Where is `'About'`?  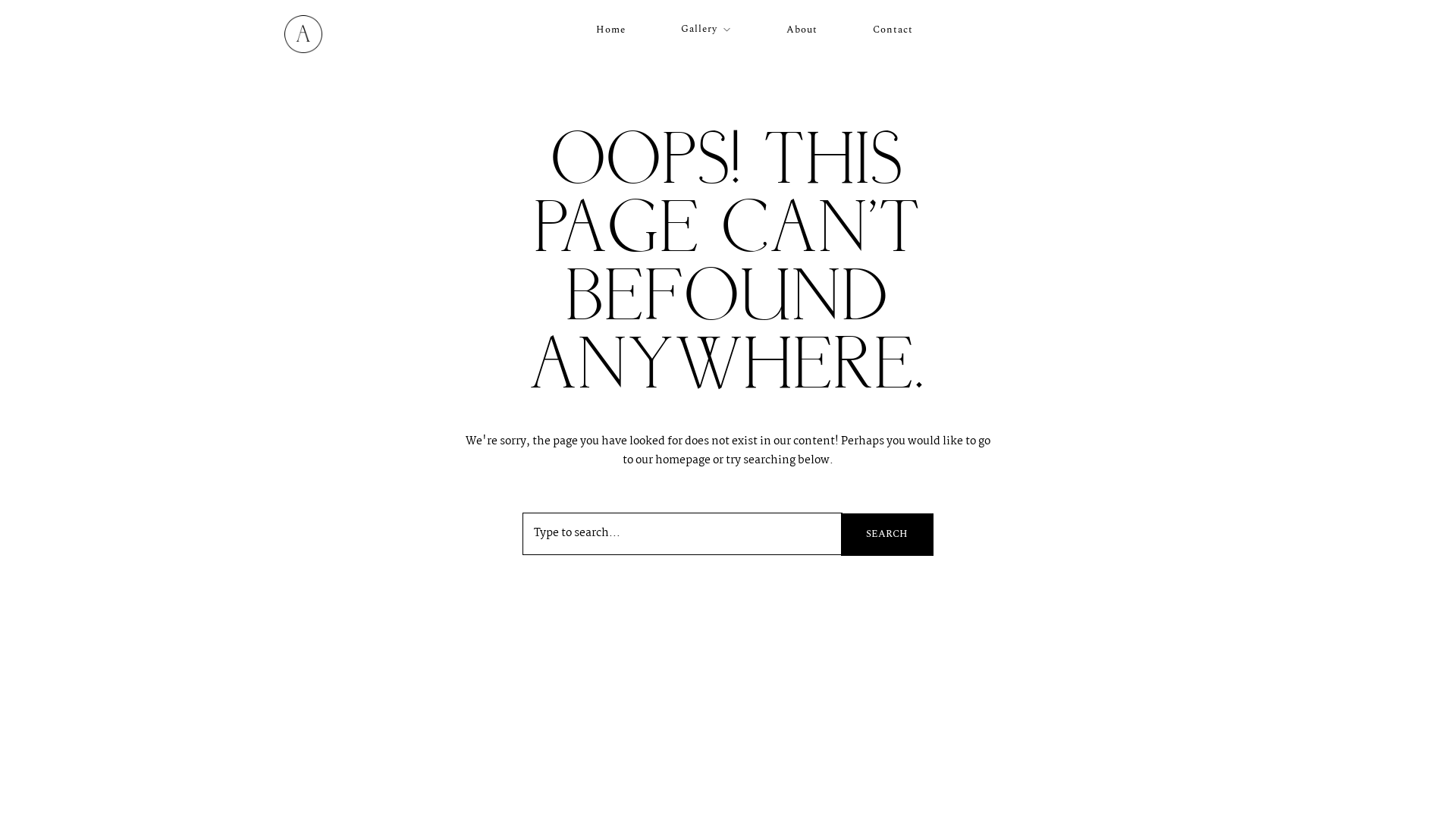
'About' is located at coordinates (786, 29).